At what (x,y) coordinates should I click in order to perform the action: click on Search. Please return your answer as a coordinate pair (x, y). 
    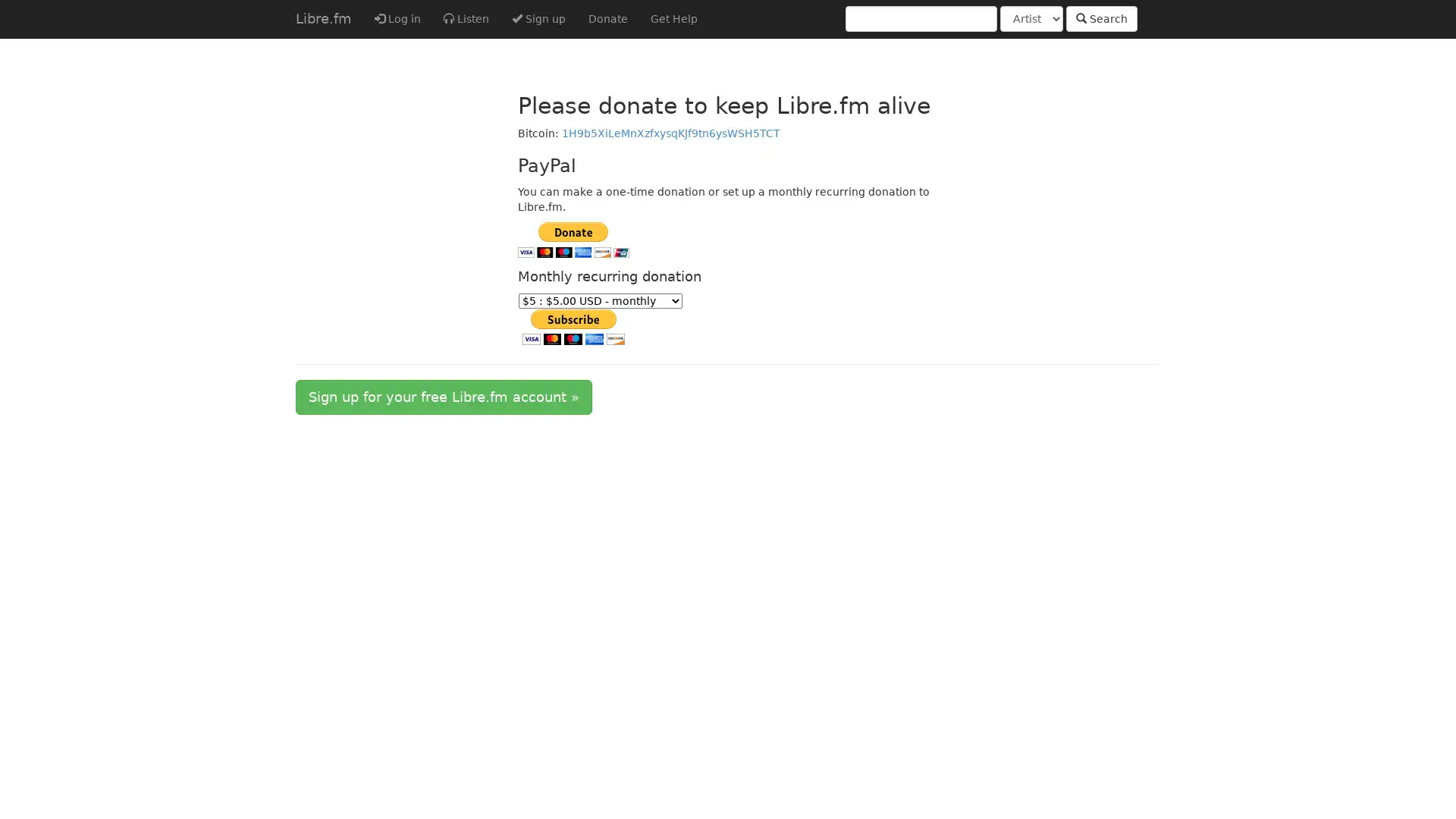
    Looking at the image, I should click on (1102, 18).